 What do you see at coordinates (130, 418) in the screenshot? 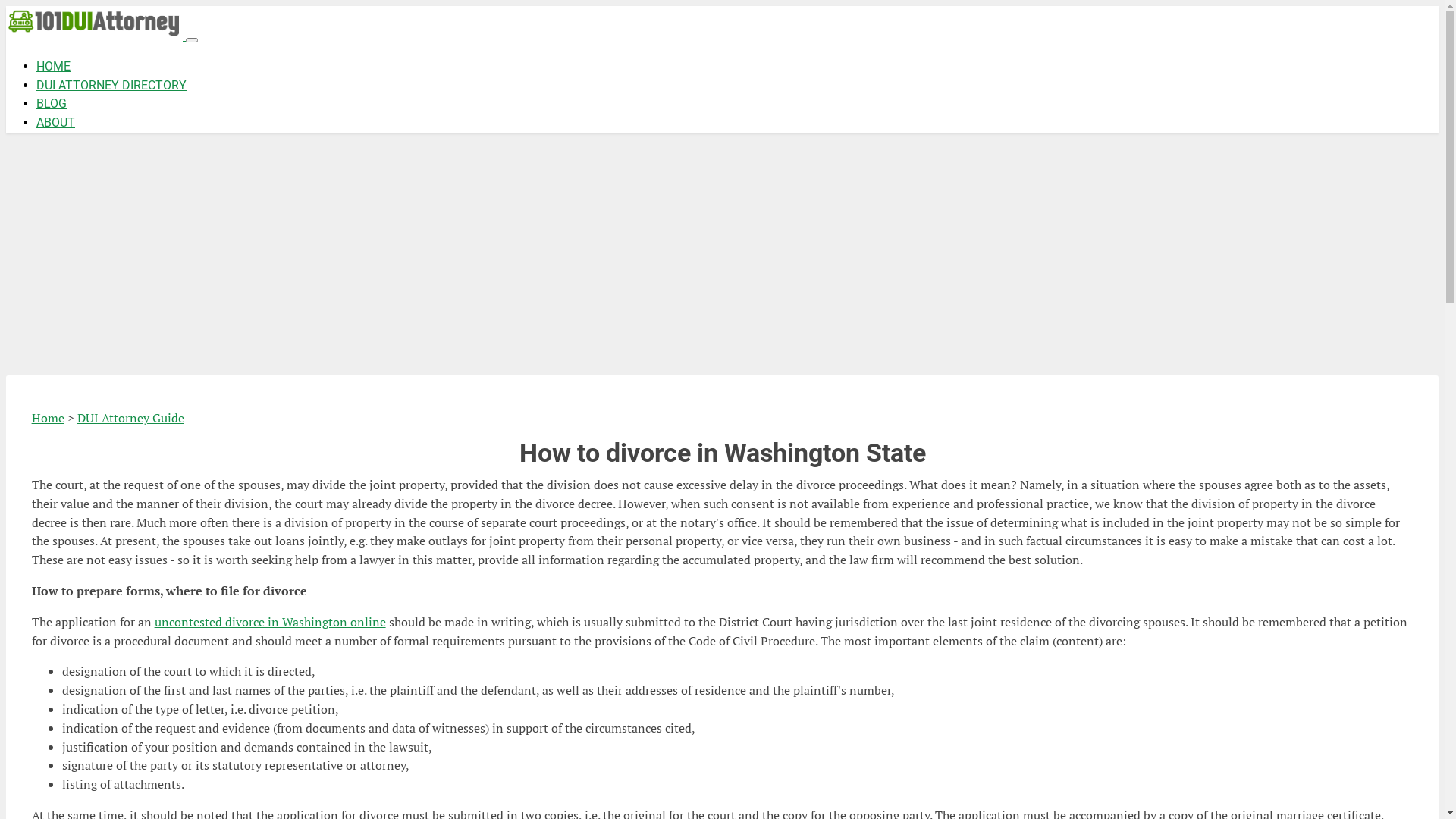
I see `'DUI Attorney Guide'` at bounding box center [130, 418].